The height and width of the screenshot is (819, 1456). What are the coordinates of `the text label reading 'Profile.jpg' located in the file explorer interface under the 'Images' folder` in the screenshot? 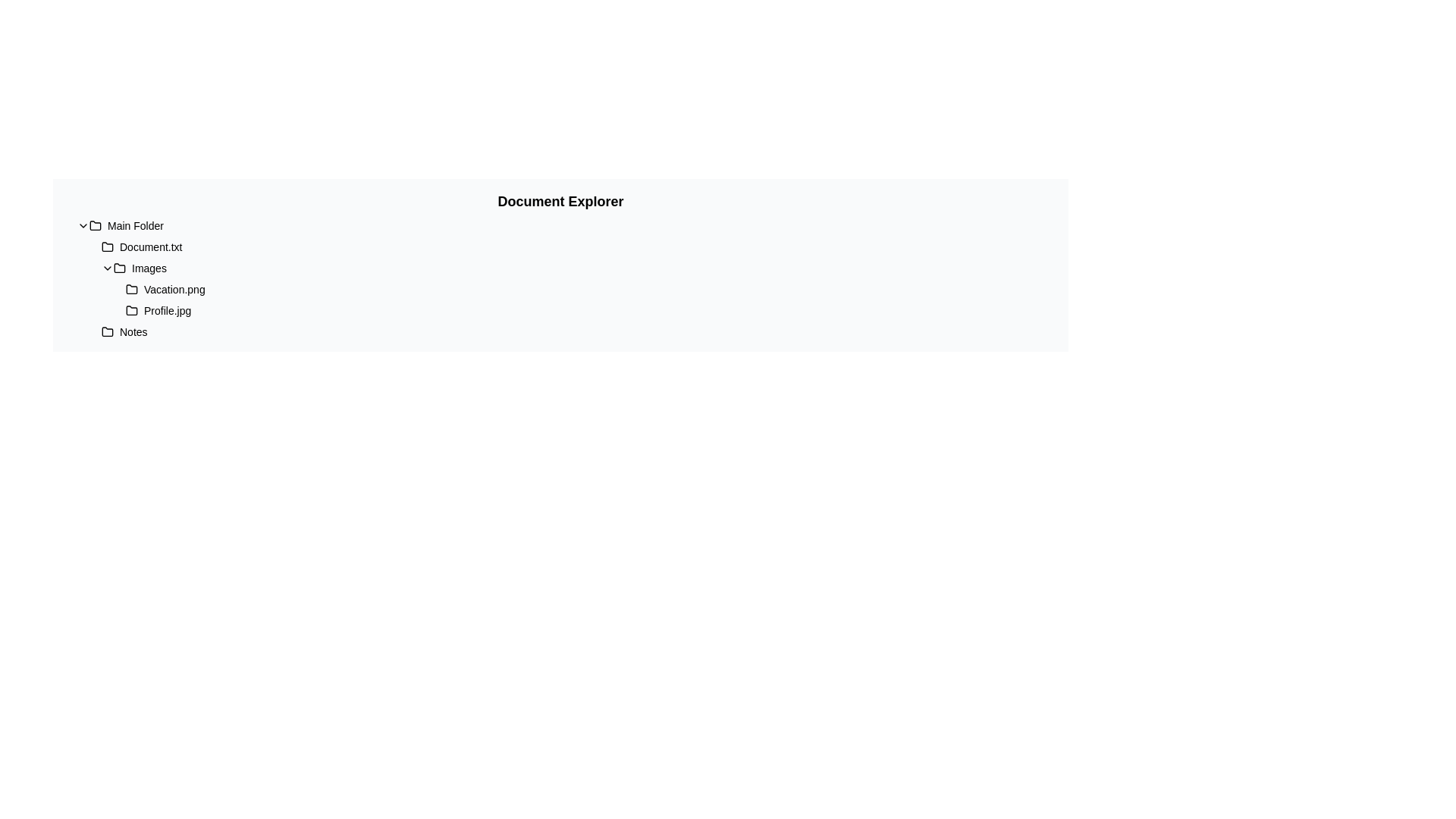 It's located at (167, 309).